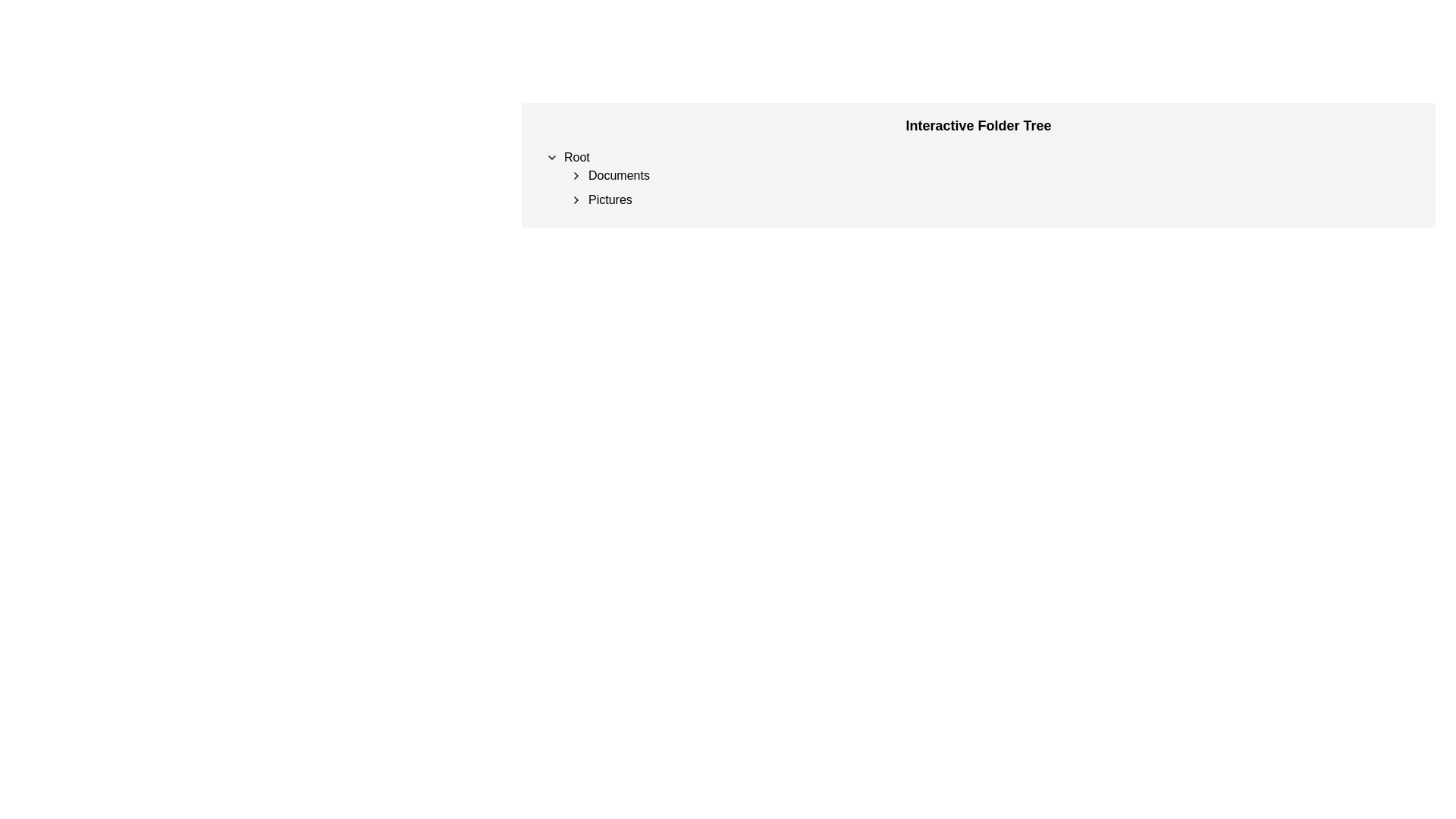  Describe the element at coordinates (575, 174) in the screenshot. I see `the Chevron icon` at that location.